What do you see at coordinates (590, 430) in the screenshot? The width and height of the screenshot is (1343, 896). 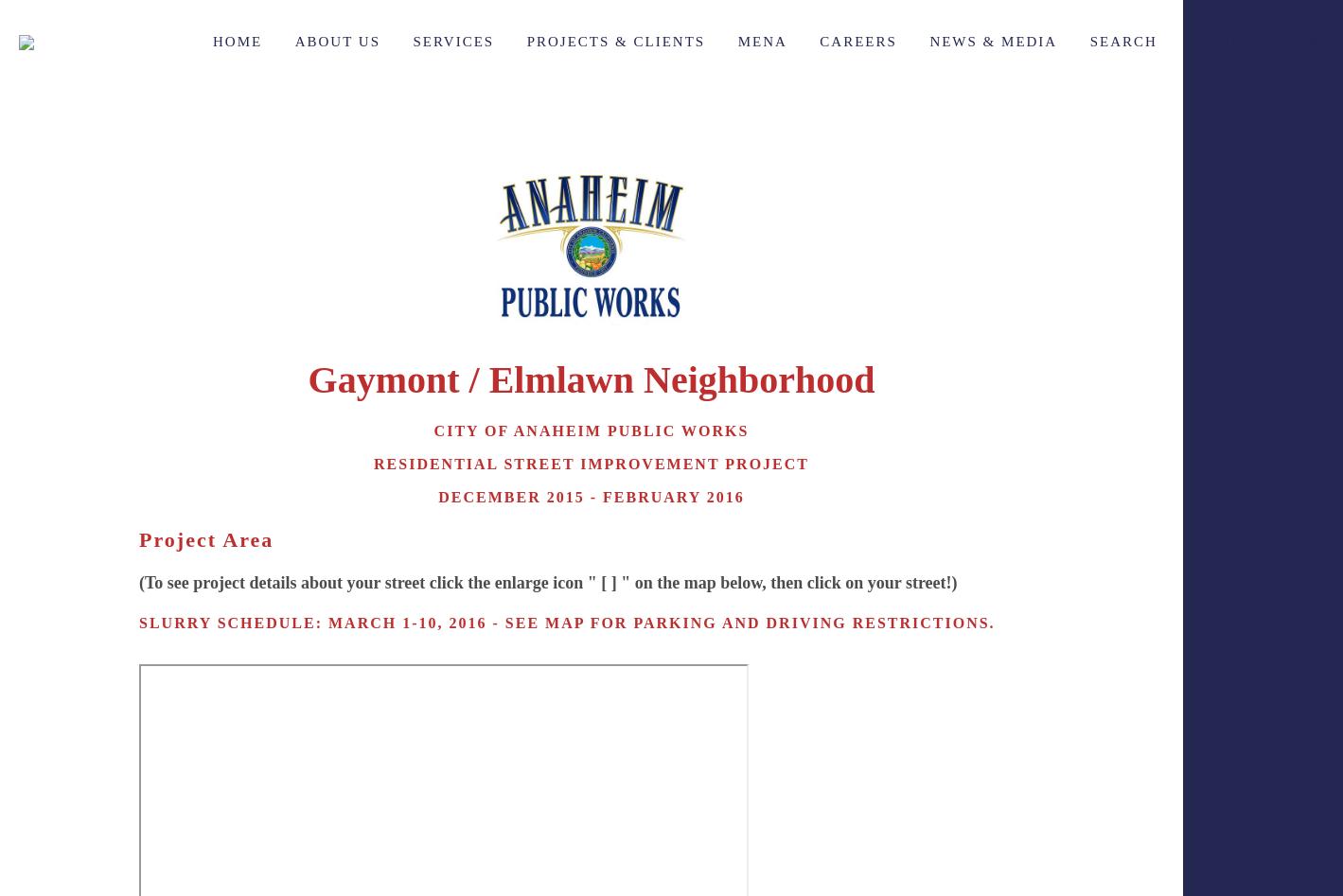 I see `'city of anaheim public works'` at bounding box center [590, 430].